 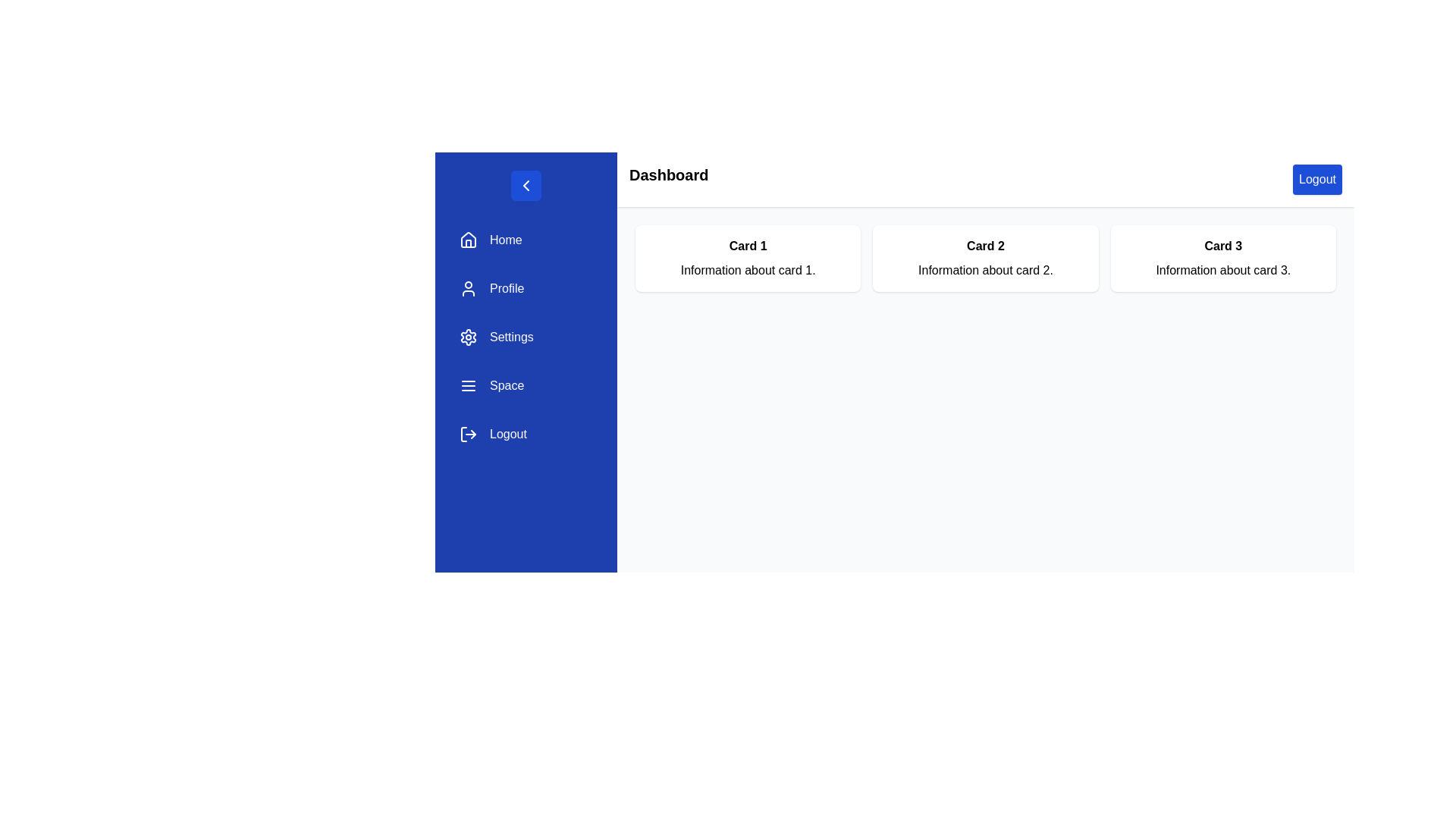 I want to click on the logout symbol icon, which is a small arrow-like icon with a circular outline, located in the sidebar menu at the bottom, adjacent to the text 'Logout', so click(x=468, y=435).